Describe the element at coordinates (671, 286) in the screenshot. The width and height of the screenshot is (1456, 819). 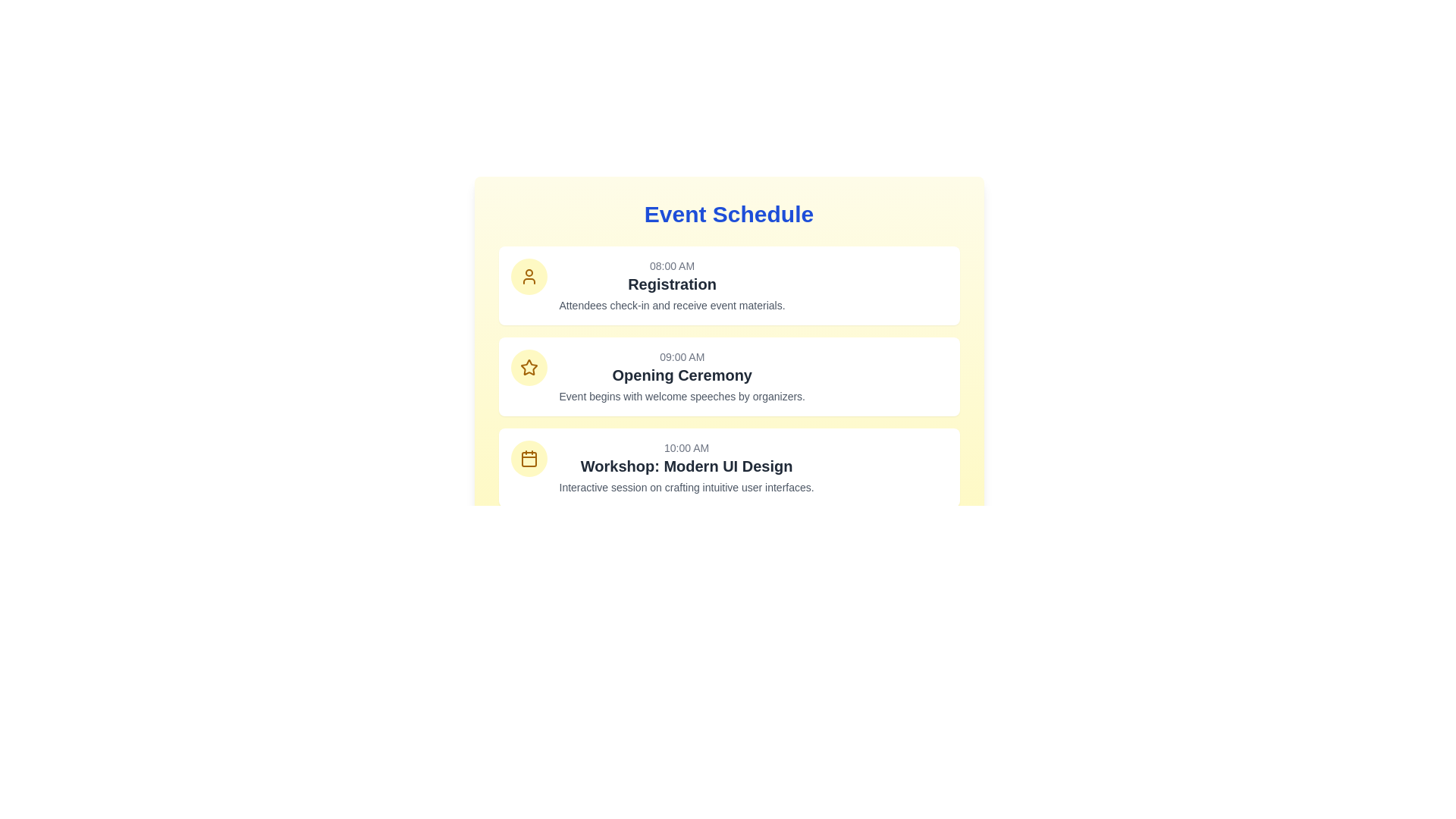
I see `the Text Group containing '08:00 AM', 'Registration', and 'Attendees check-in and receive event materials.' which is positioned below the heading 'Event Schedule.'` at that location.